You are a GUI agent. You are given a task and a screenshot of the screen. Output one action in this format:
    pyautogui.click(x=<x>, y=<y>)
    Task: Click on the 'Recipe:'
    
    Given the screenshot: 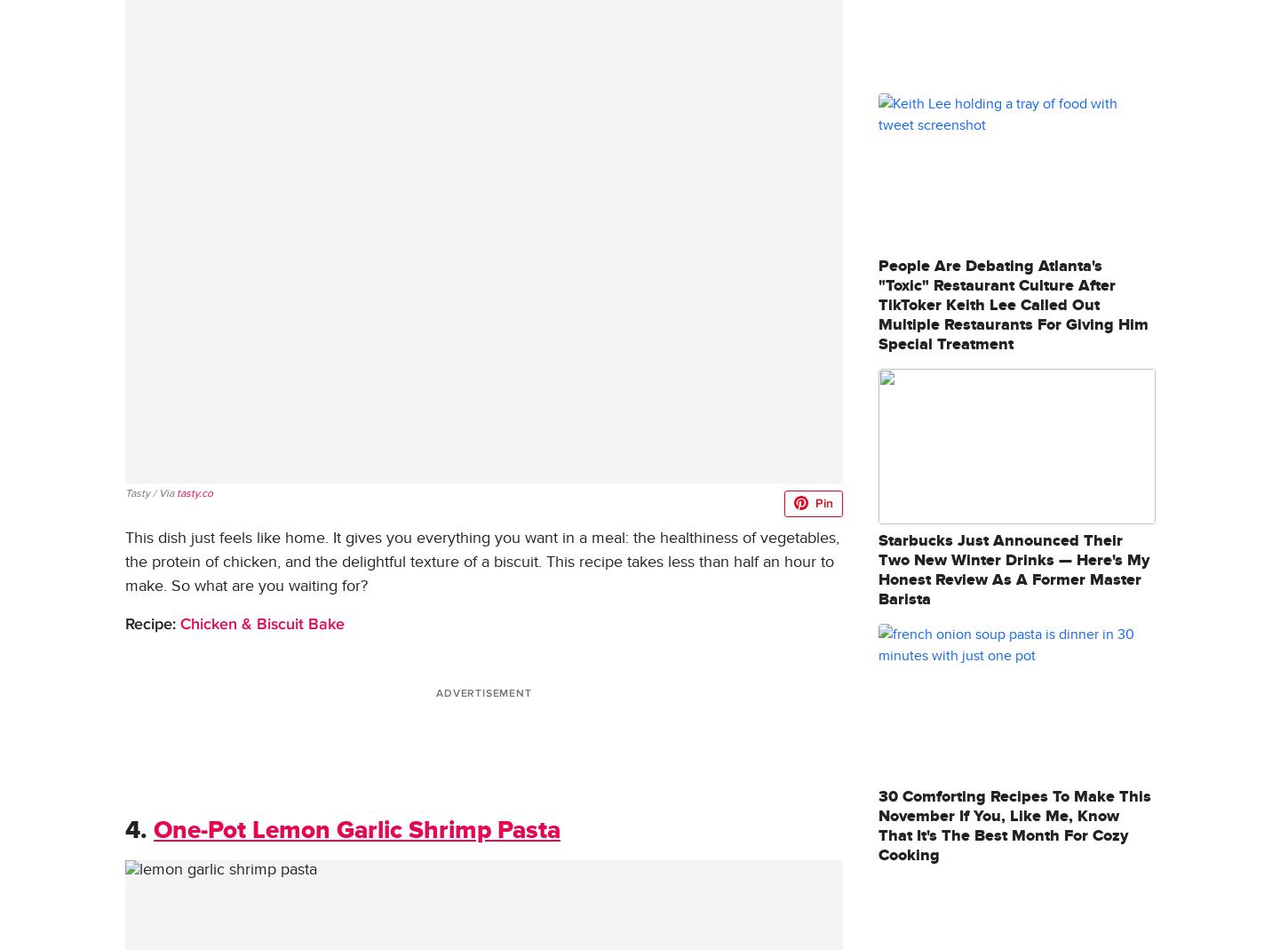 What is the action you would take?
    pyautogui.click(x=149, y=622)
    